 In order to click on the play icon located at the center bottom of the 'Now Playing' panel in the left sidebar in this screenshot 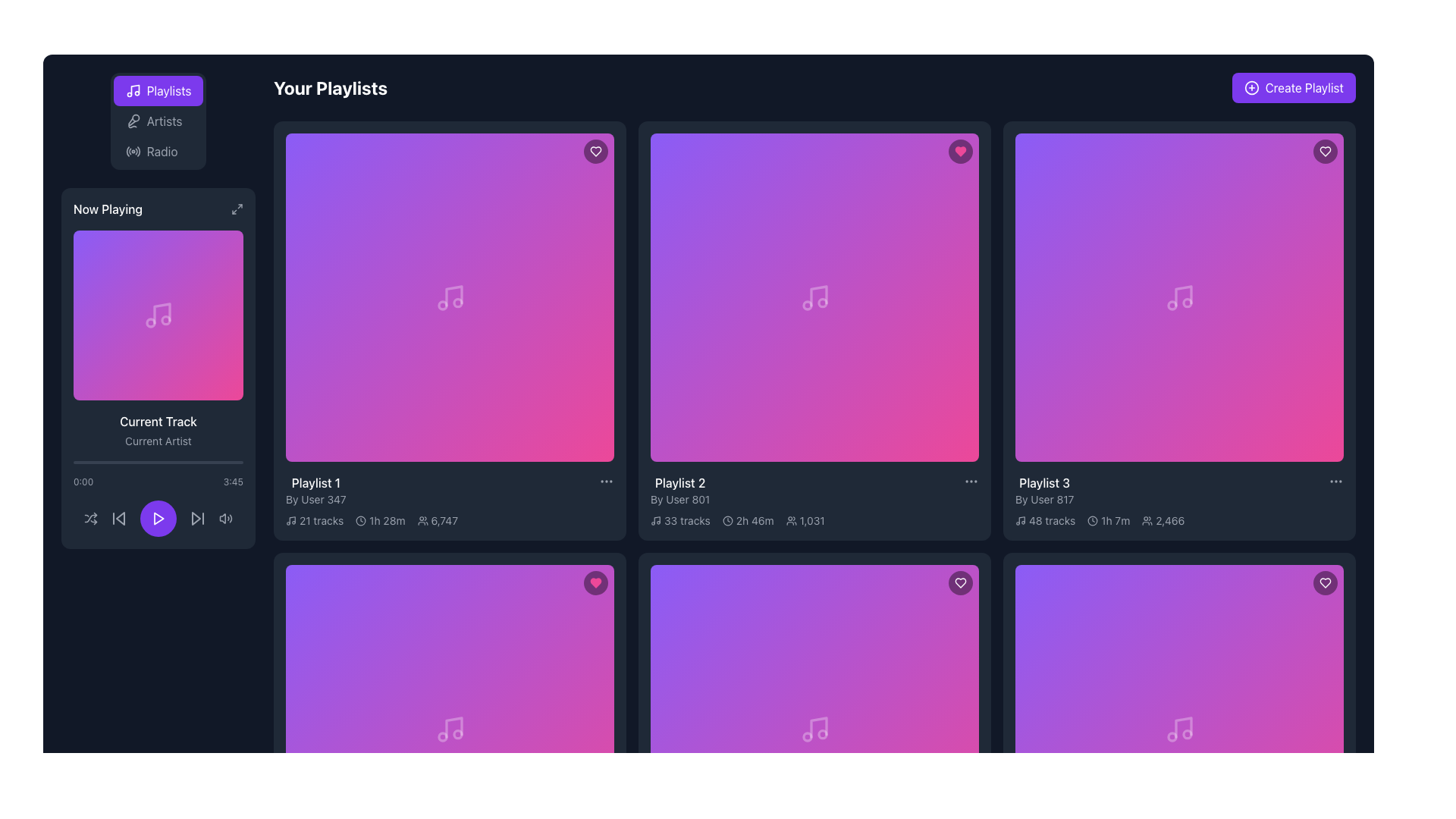, I will do `click(158, 517)`.